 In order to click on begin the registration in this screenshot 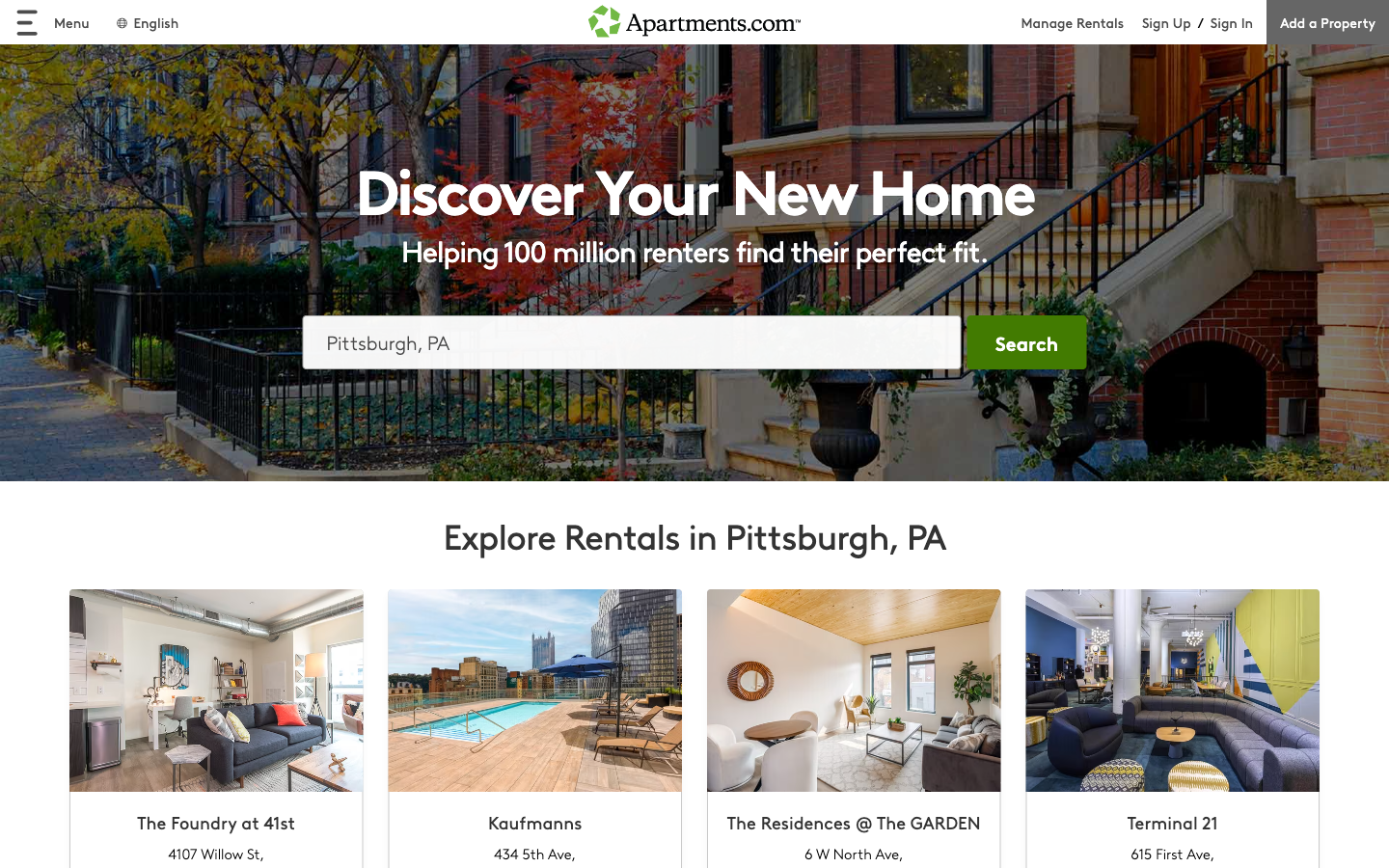, I will do `click(1165, 21)`.